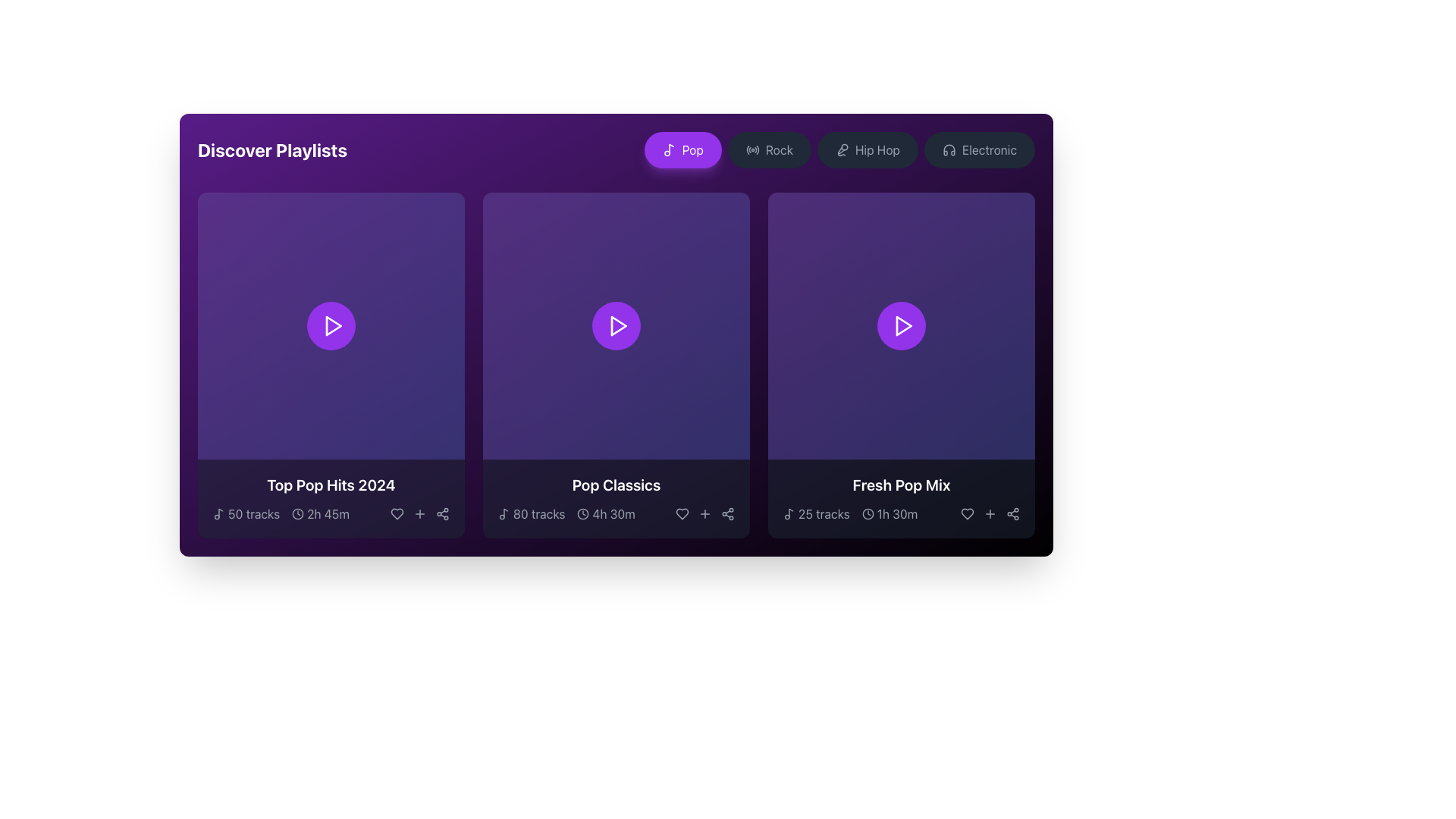  Describe the element at coordinates (897, 513) in the screenshot. I see `text displayed in the duration label for the 'Fresh Pop Mix' playlist, which shows the total time required to play the tracks` at that location.